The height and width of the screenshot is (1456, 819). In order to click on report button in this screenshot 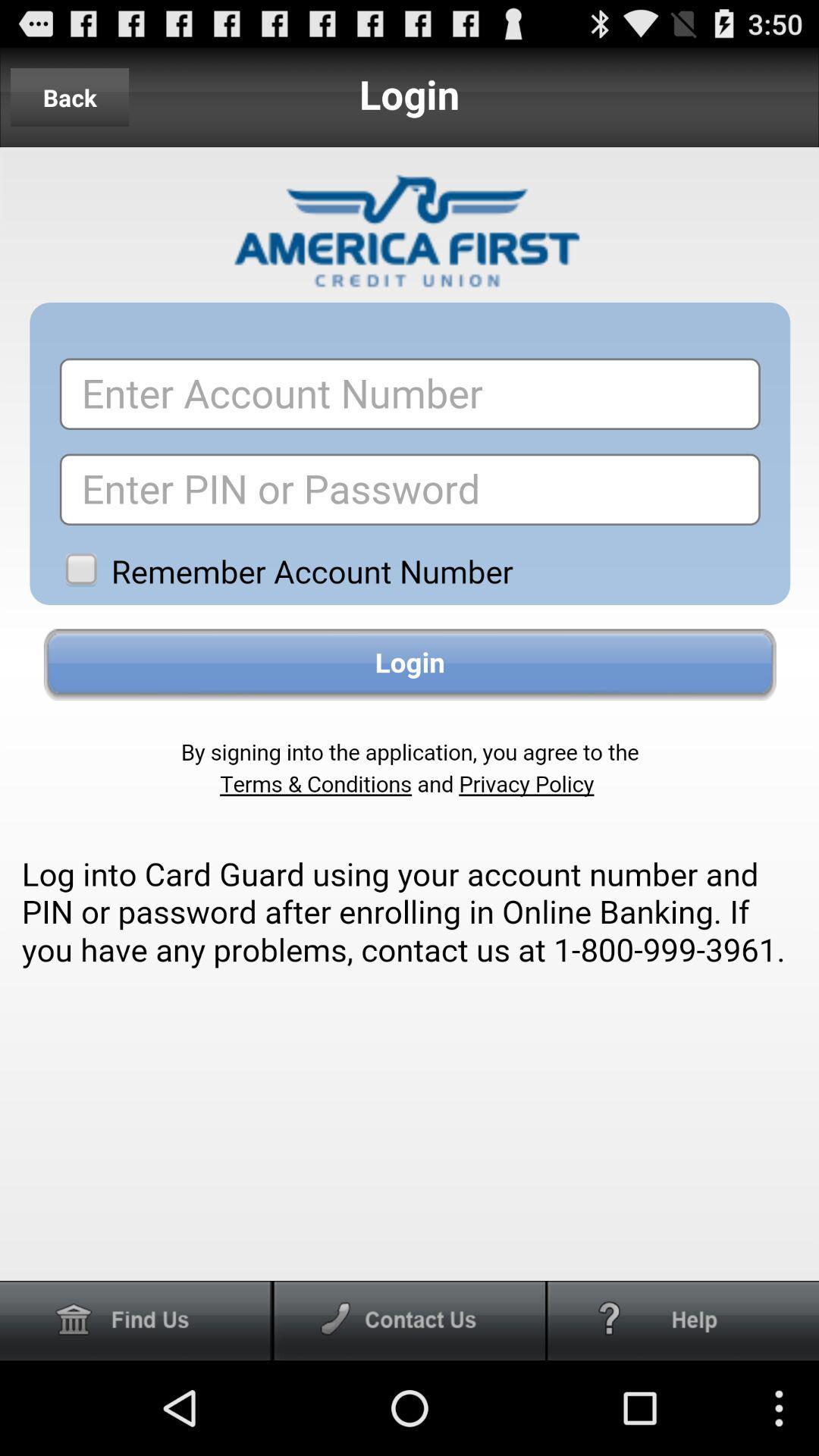, I will do `click(683, 1319)`.